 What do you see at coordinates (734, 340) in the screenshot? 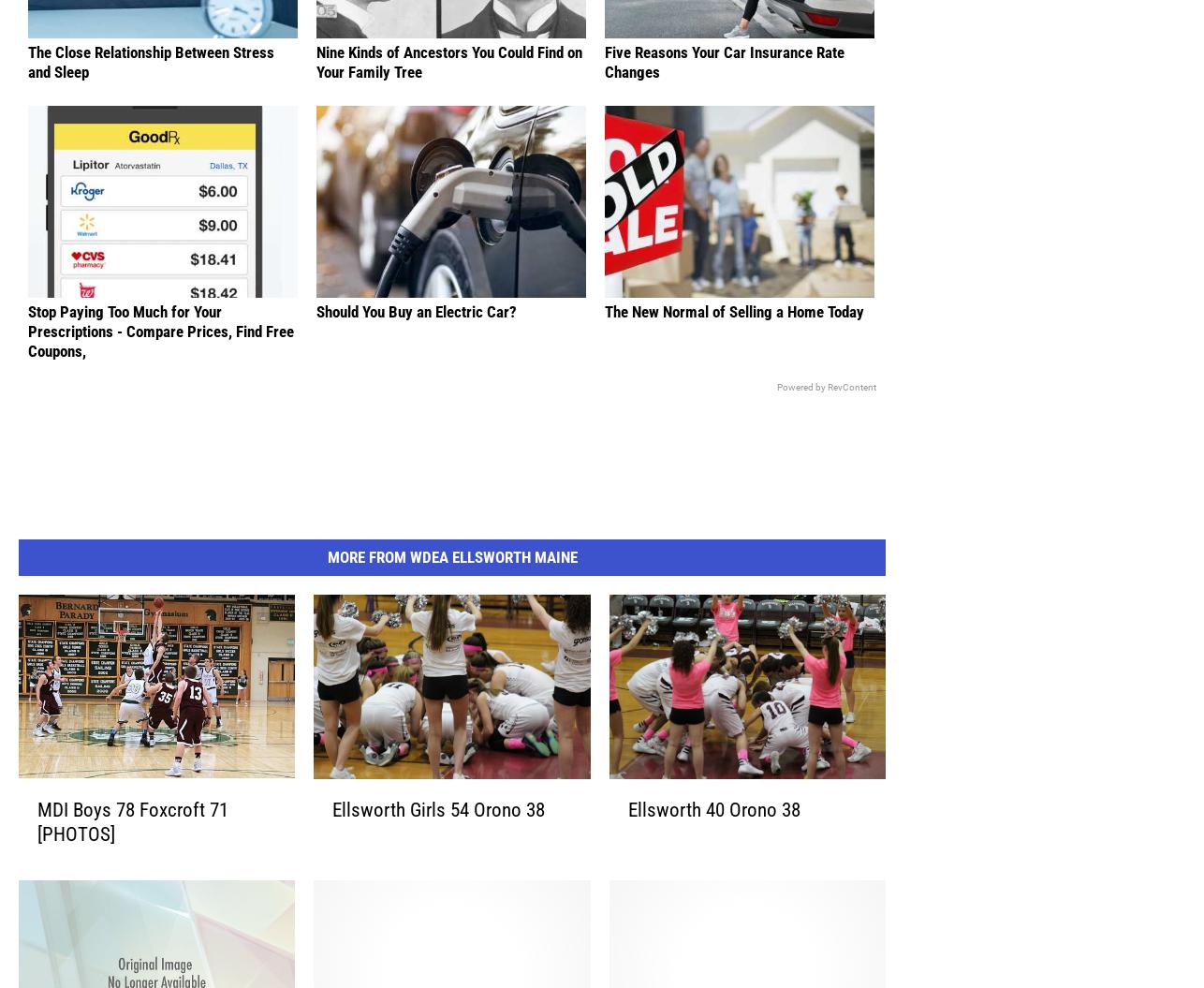
I see `'The New Normal of Selling a Home Today'` at bounding box center [734, 340].